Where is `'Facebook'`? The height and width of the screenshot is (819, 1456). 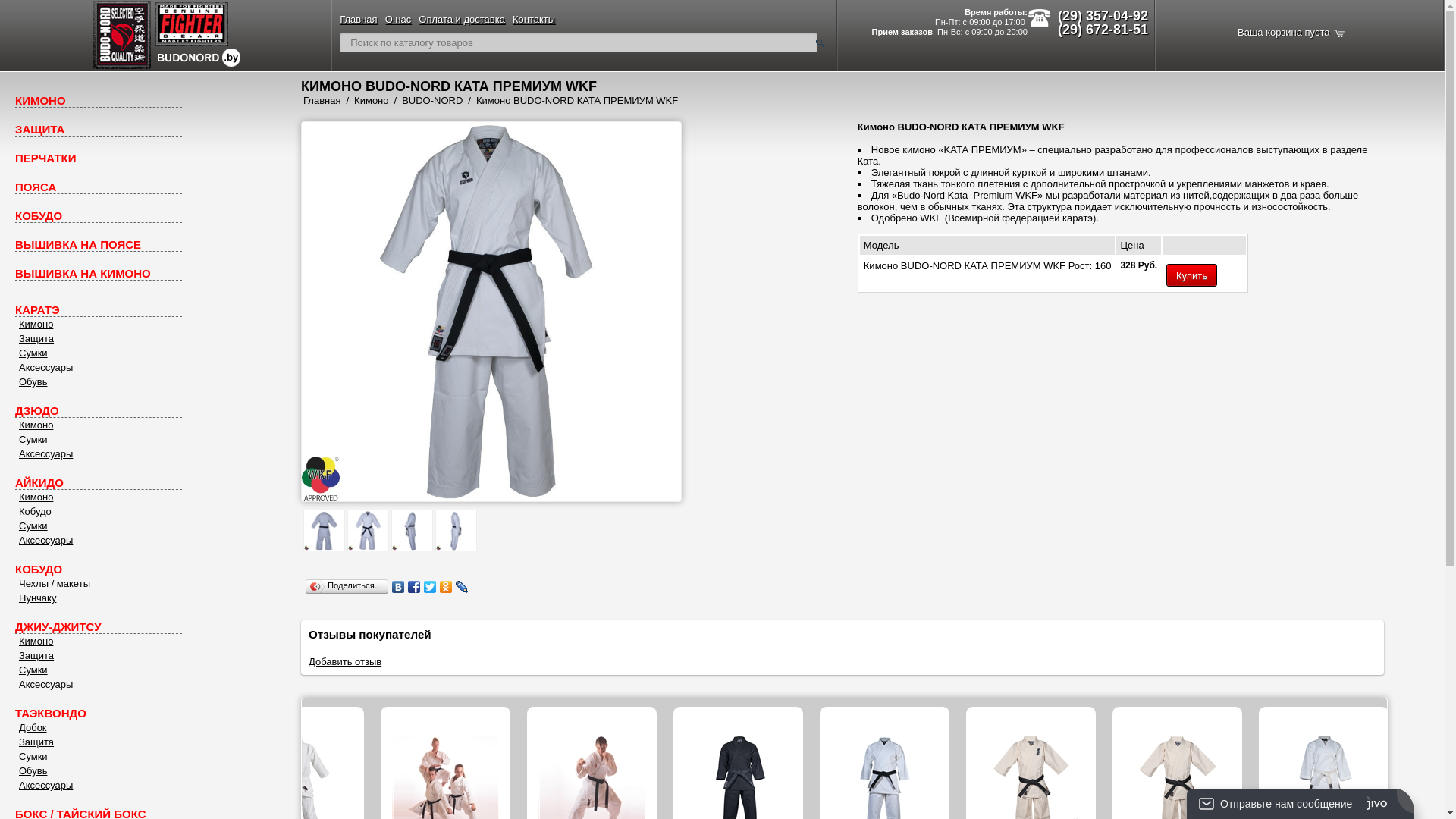
'Facebook' is located at coordinates (414, 586).